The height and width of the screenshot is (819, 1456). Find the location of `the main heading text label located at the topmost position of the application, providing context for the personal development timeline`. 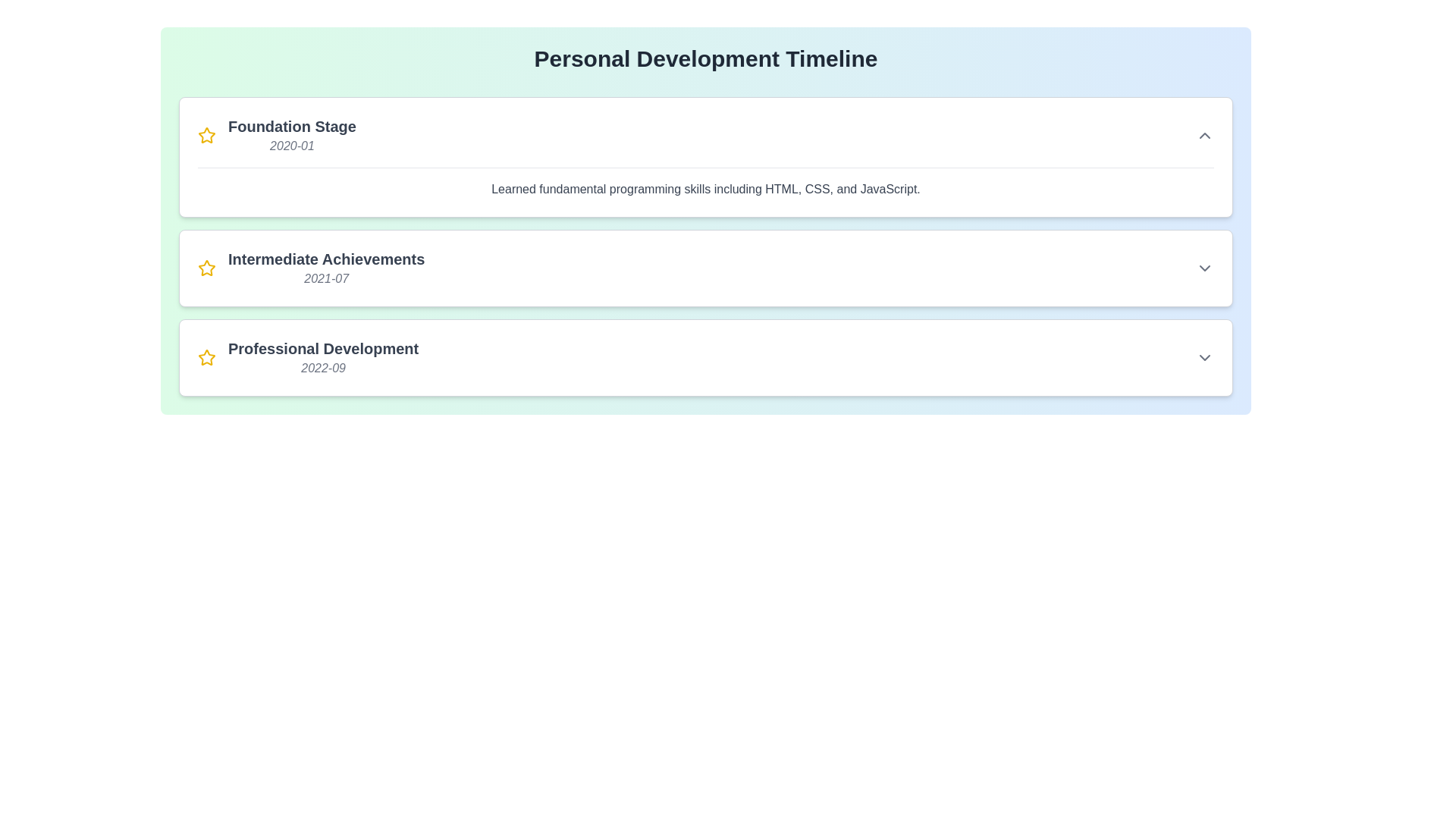

the main heading text label located at the topmost position of the application, providing context for the personal development timeline is located at coordinates (705, 58).